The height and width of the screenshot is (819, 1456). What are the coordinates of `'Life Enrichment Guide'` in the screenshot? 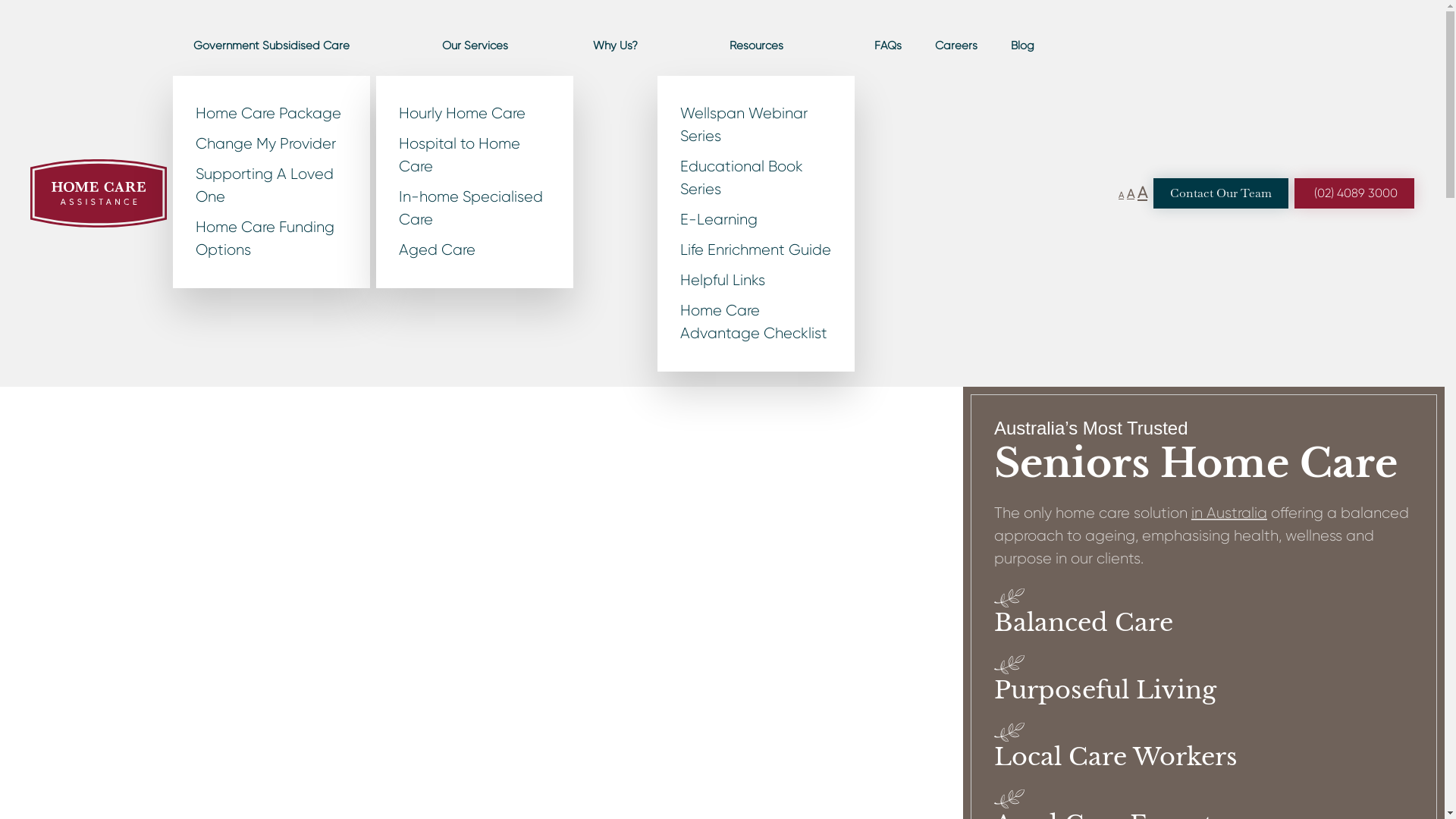 It's located at (756, 249).